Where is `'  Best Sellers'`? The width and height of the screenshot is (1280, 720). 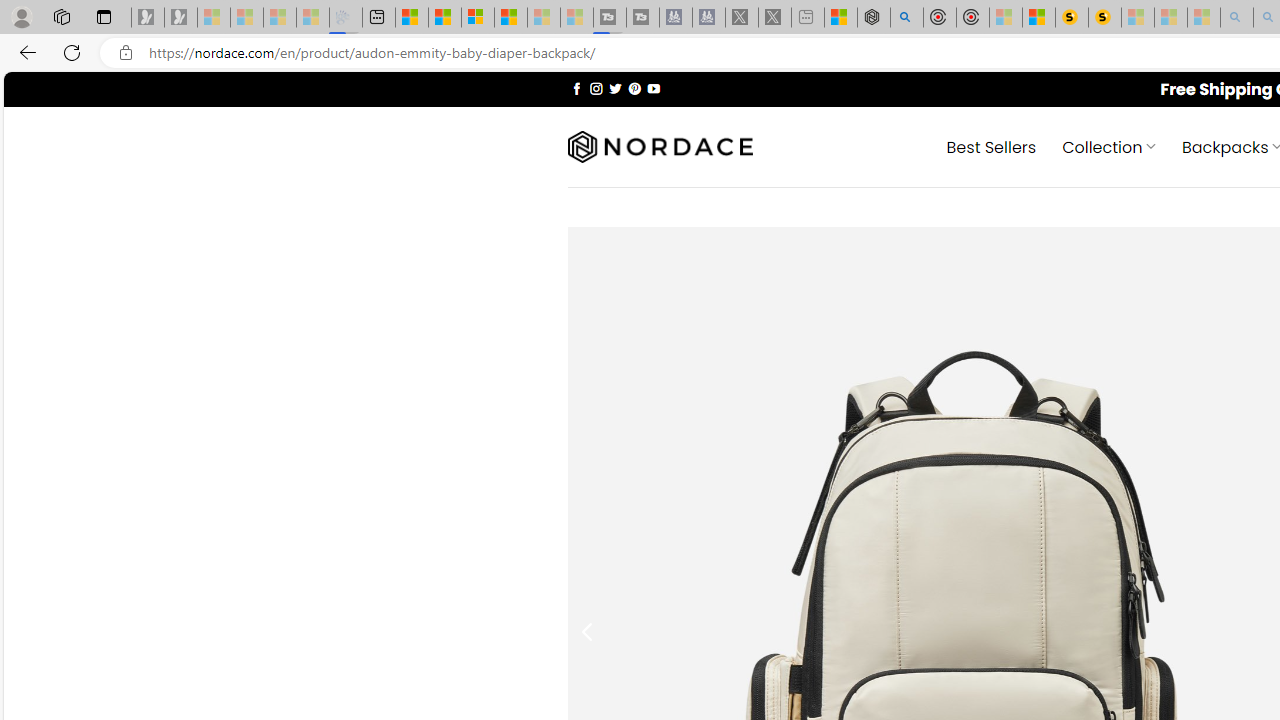
'  Best Sellers' is located at coordinates (991, 145).